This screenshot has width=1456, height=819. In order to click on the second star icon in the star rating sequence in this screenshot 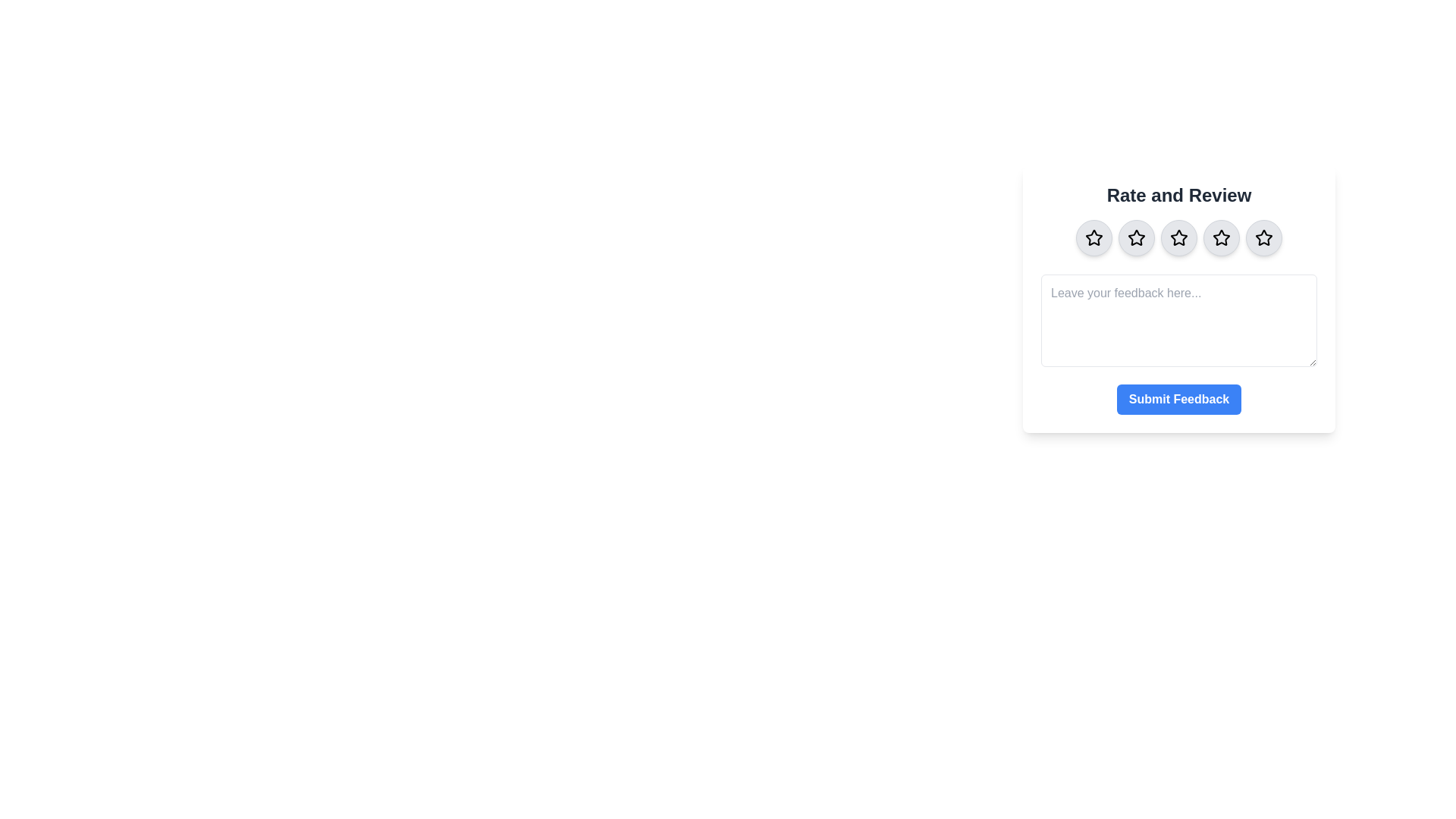, I will do `click(1136, 237)`.